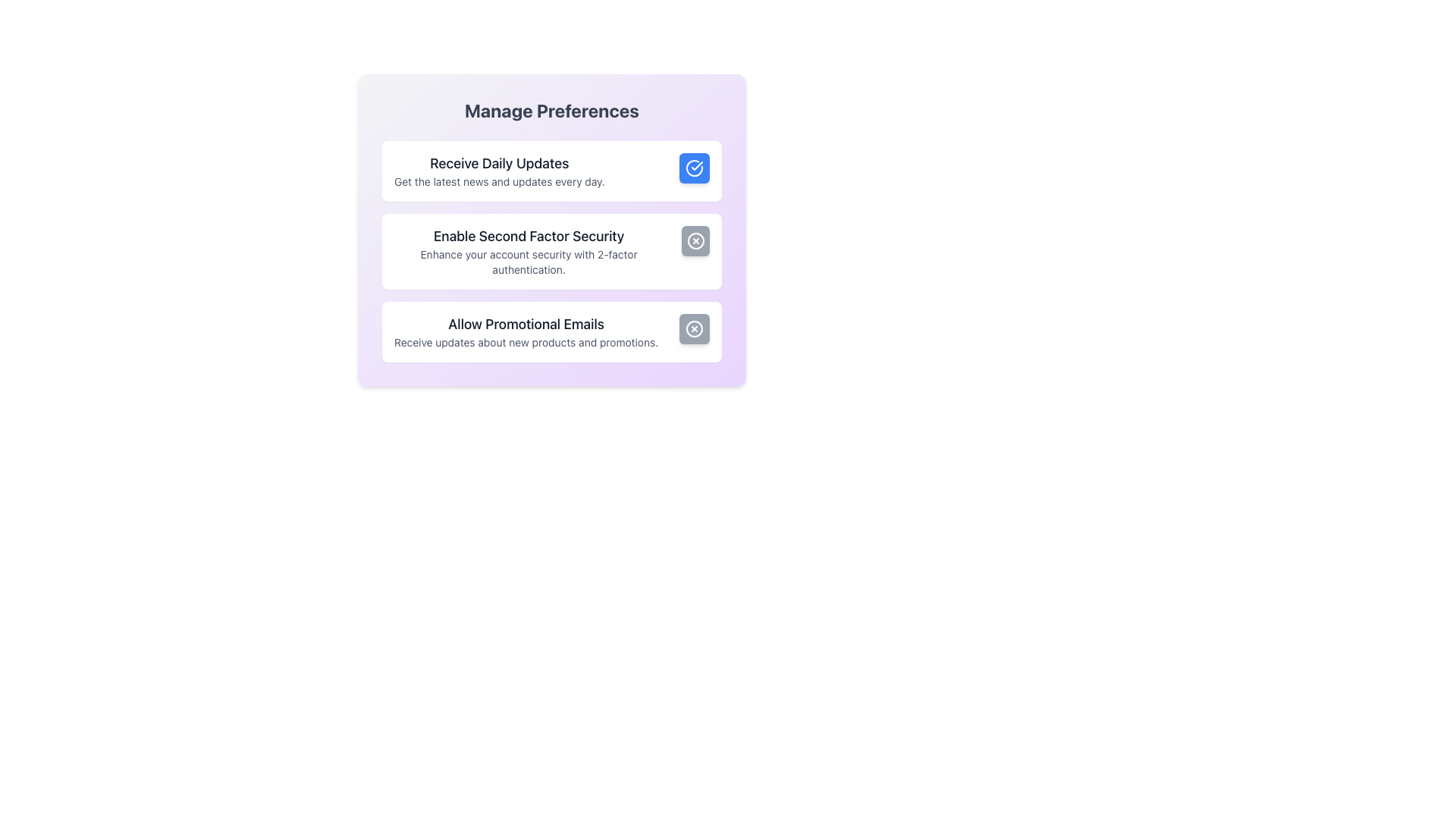  I want to click on the bold text label displaying 'Enable Second Factor Security', which is centrally located in the 'Manage Preferences' panel, so click(529, 237).